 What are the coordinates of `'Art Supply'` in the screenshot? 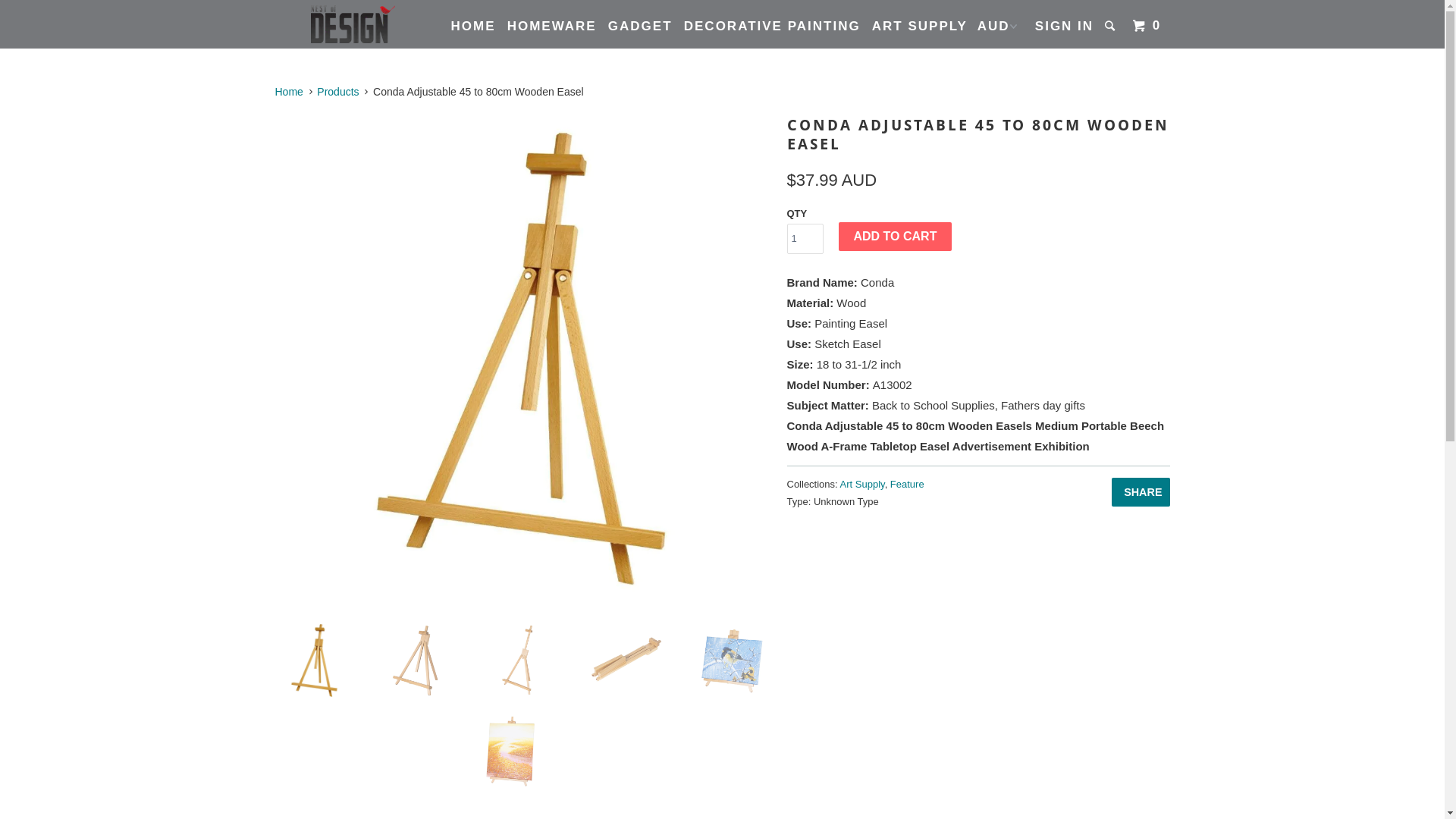 It's located at (862, 484).